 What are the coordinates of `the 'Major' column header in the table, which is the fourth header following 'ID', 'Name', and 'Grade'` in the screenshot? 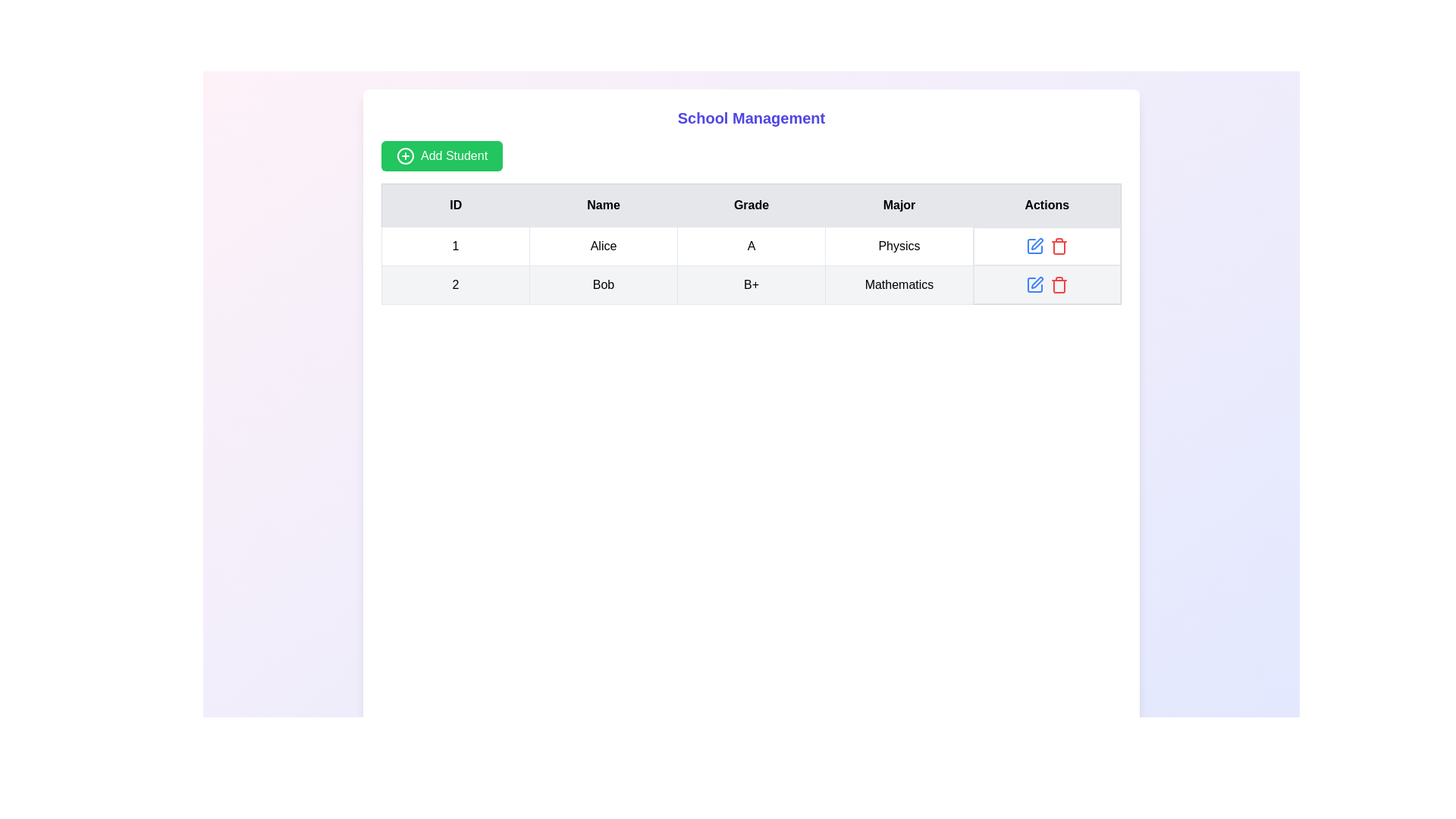 It's located at (899, 205).